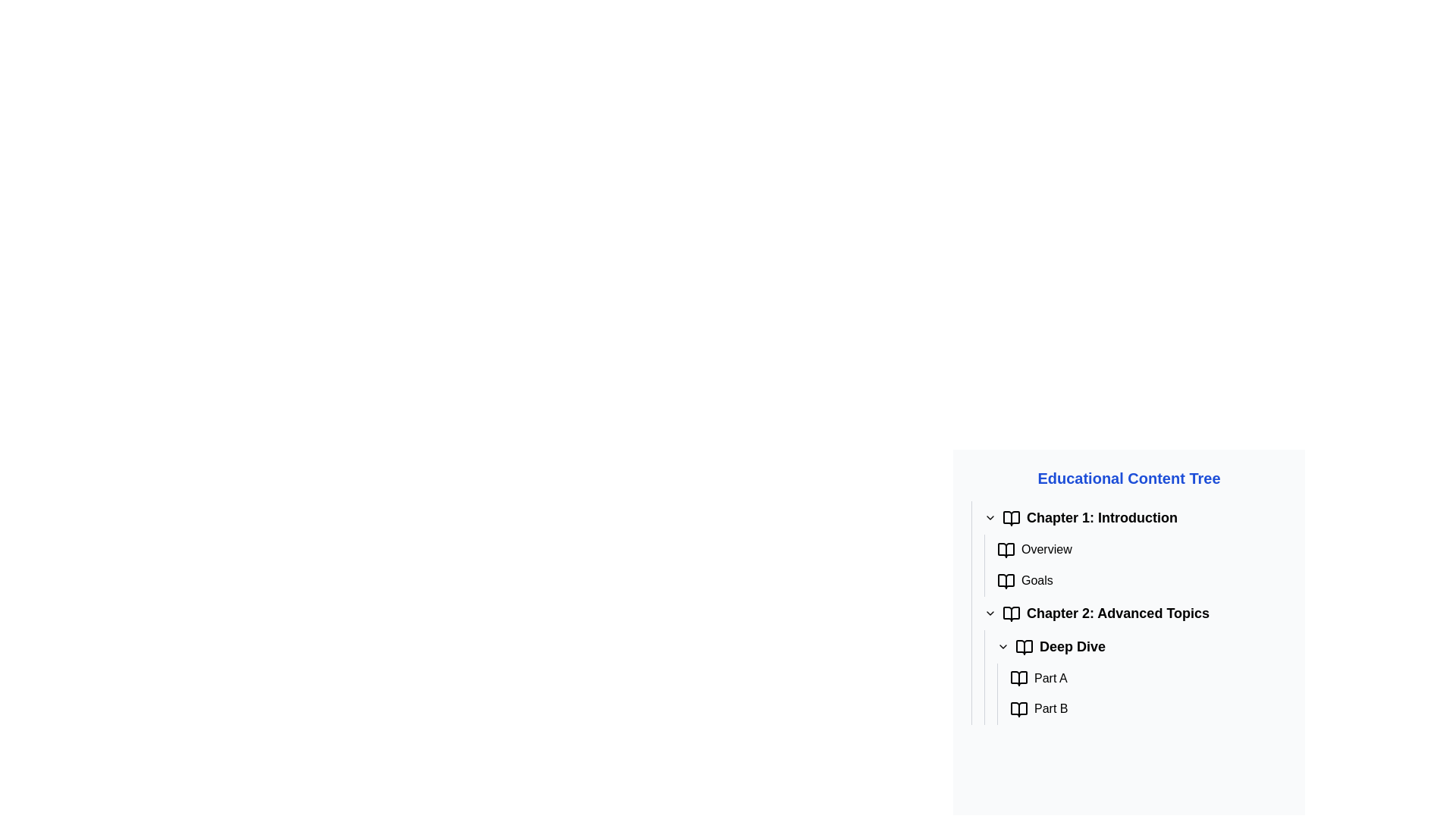 The height and width of the screenshot is (819, 1456). I want to click on the SVG icon representing the book in the subsection 'Deep Dive' under 'Chapter 2: Advanced Topics' on the right side of the interface, so click(1019, 677).